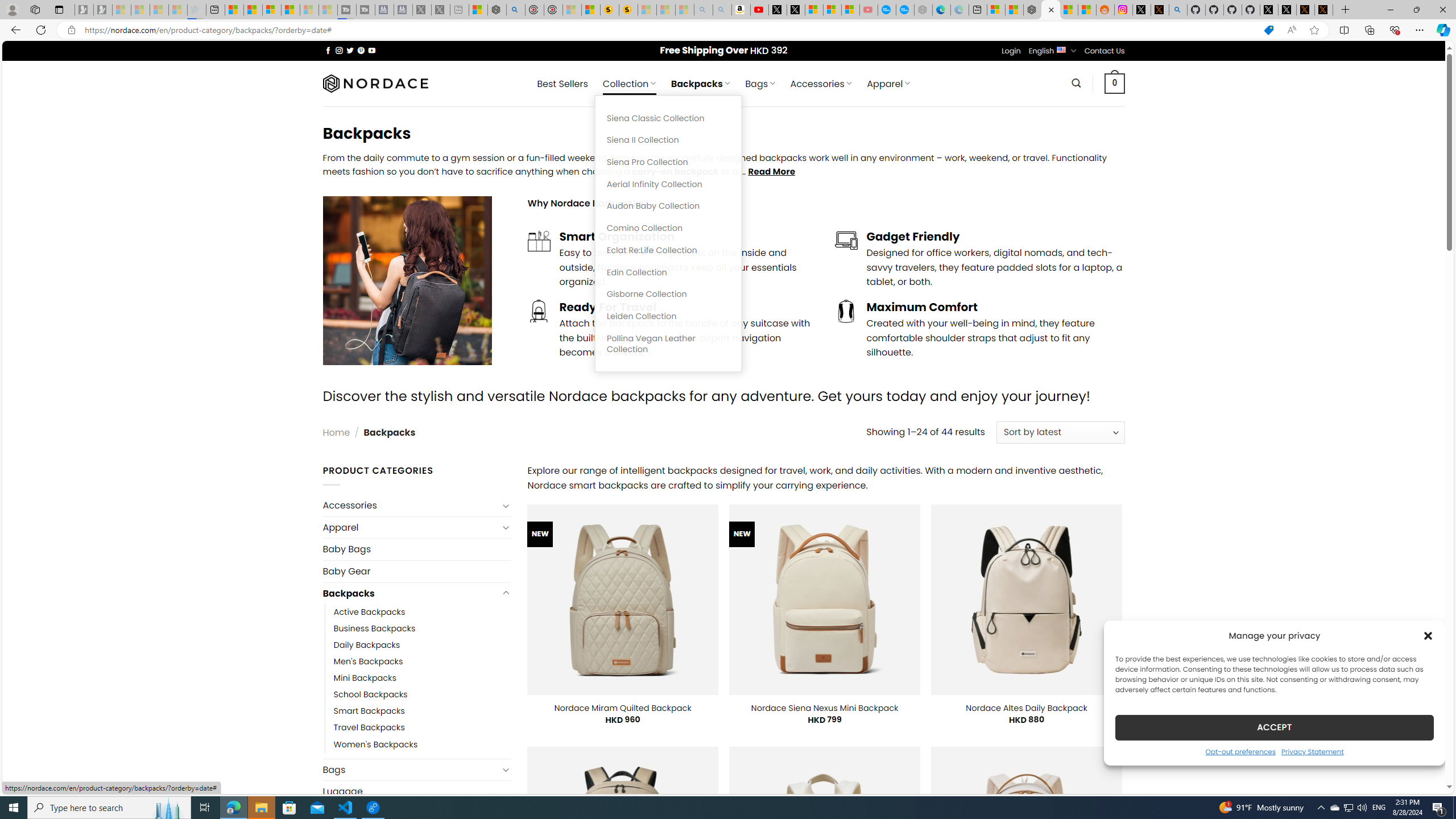  I want to click on 'Wildlife - MSN', so click(477, 9).